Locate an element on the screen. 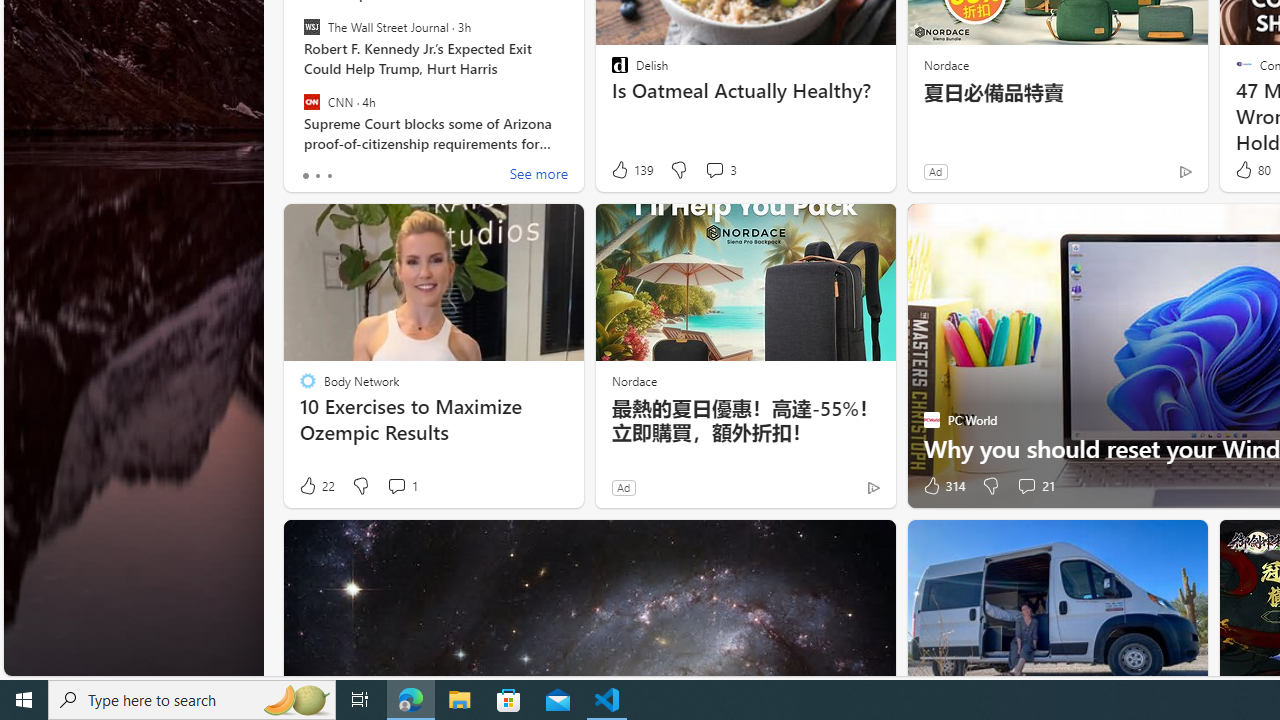 The width and height of the screenshot is (1280, 720). 'Ad Choice' is located at coordinates (873, 487).